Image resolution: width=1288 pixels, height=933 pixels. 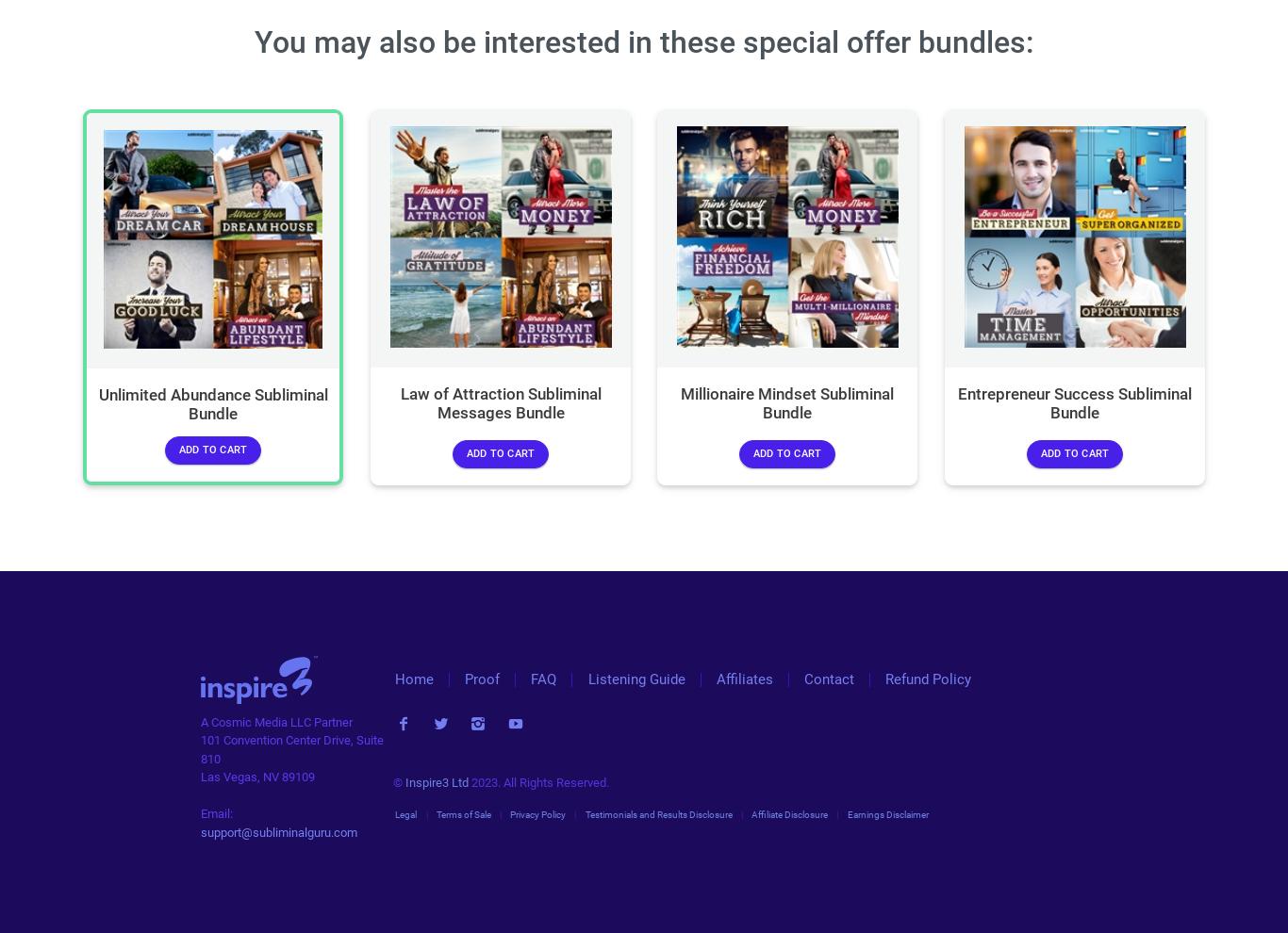 I want to click on 'Terms of Sale', so click(x=462, y=813).